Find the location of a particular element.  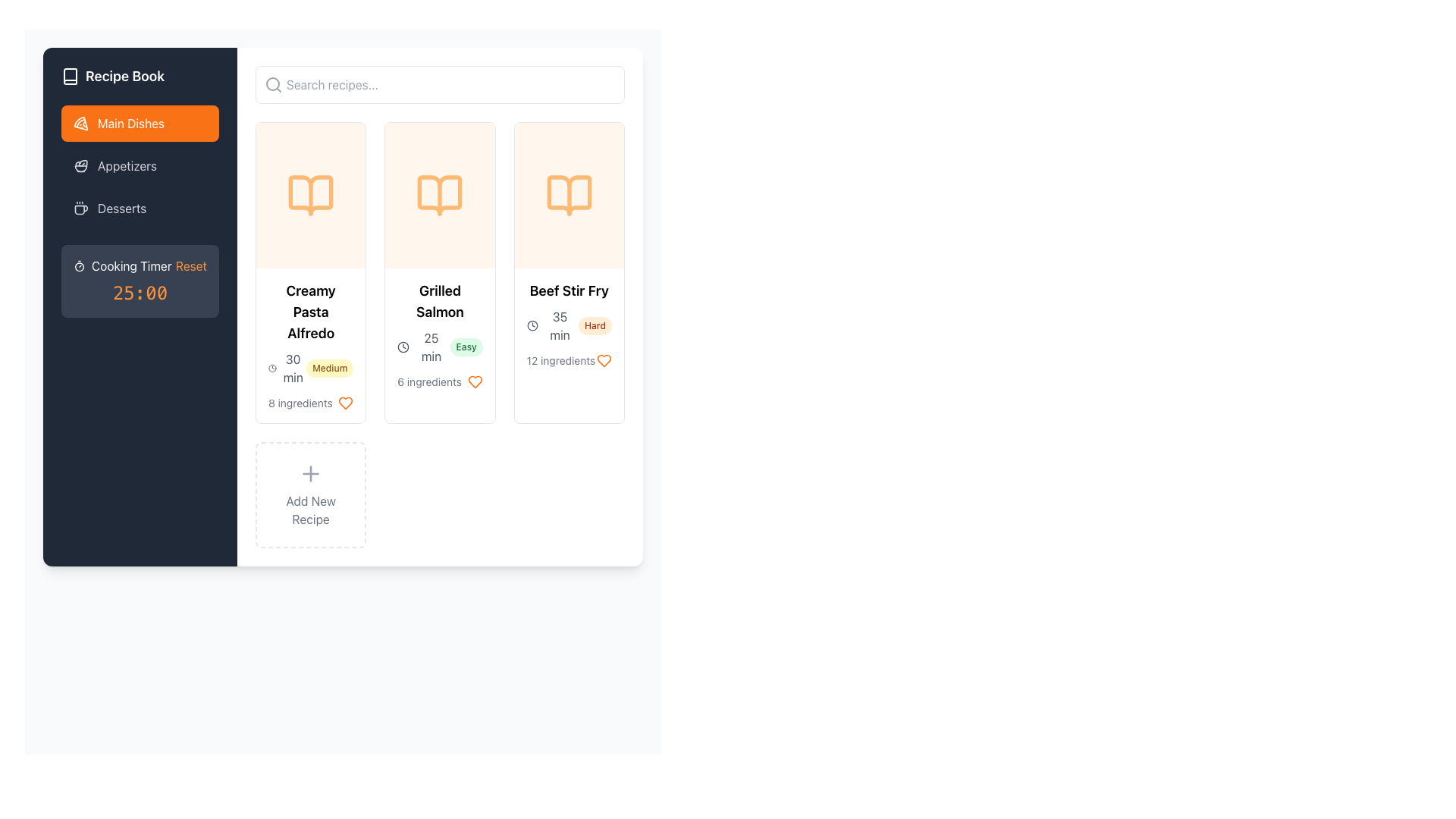

the circular 'Add New Recipe' icon button containing a plus symbol is located at coordinates (310, 472).